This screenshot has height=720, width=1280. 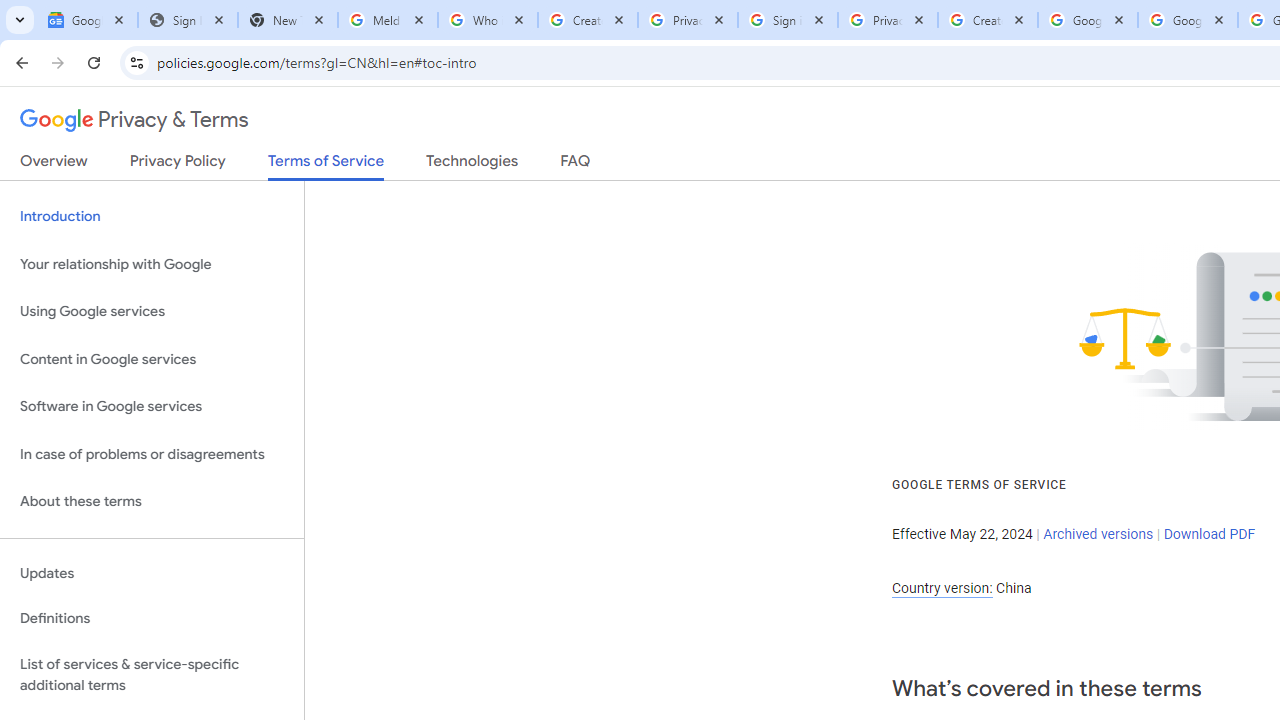 I want to click on 'Country version:', so click(x=941, y=587).